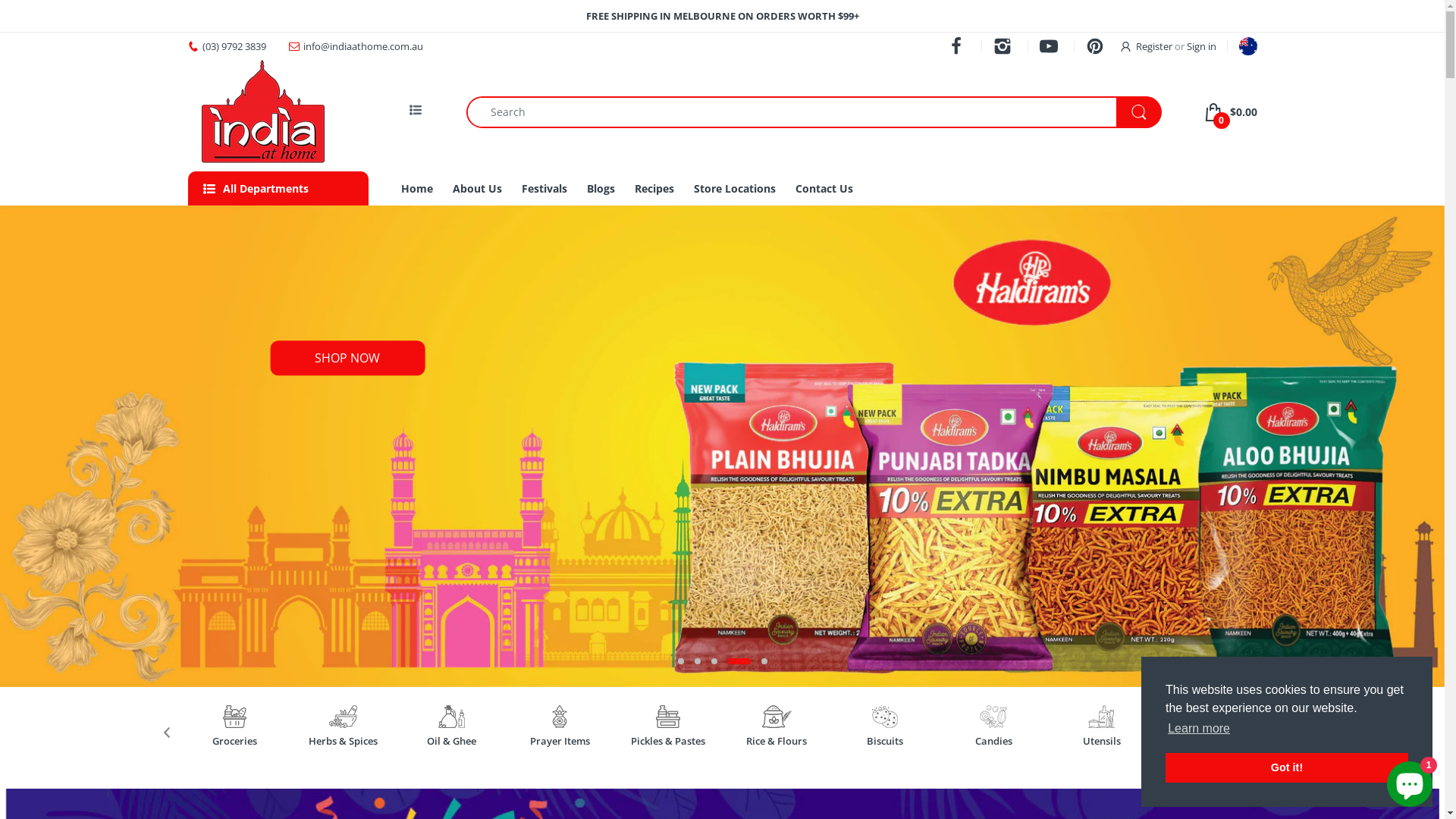 This screenshot has width=1456, height=819. What do you see at coordinates (954, 740) in the screenshot?
I see `'Candies'` at bounding box center [954, 740].